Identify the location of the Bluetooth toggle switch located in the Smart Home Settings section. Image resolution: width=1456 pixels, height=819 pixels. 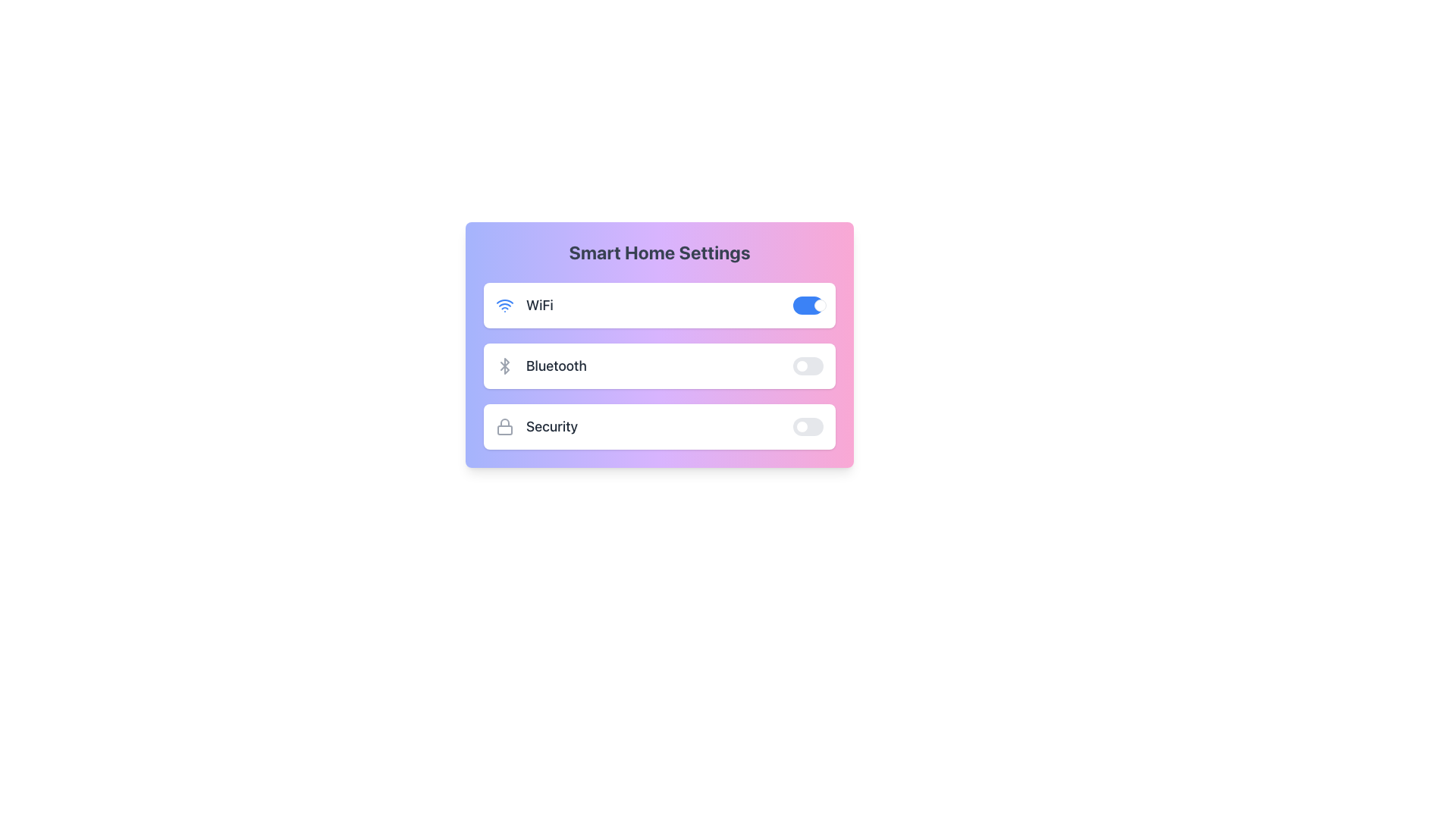
(807, 366).